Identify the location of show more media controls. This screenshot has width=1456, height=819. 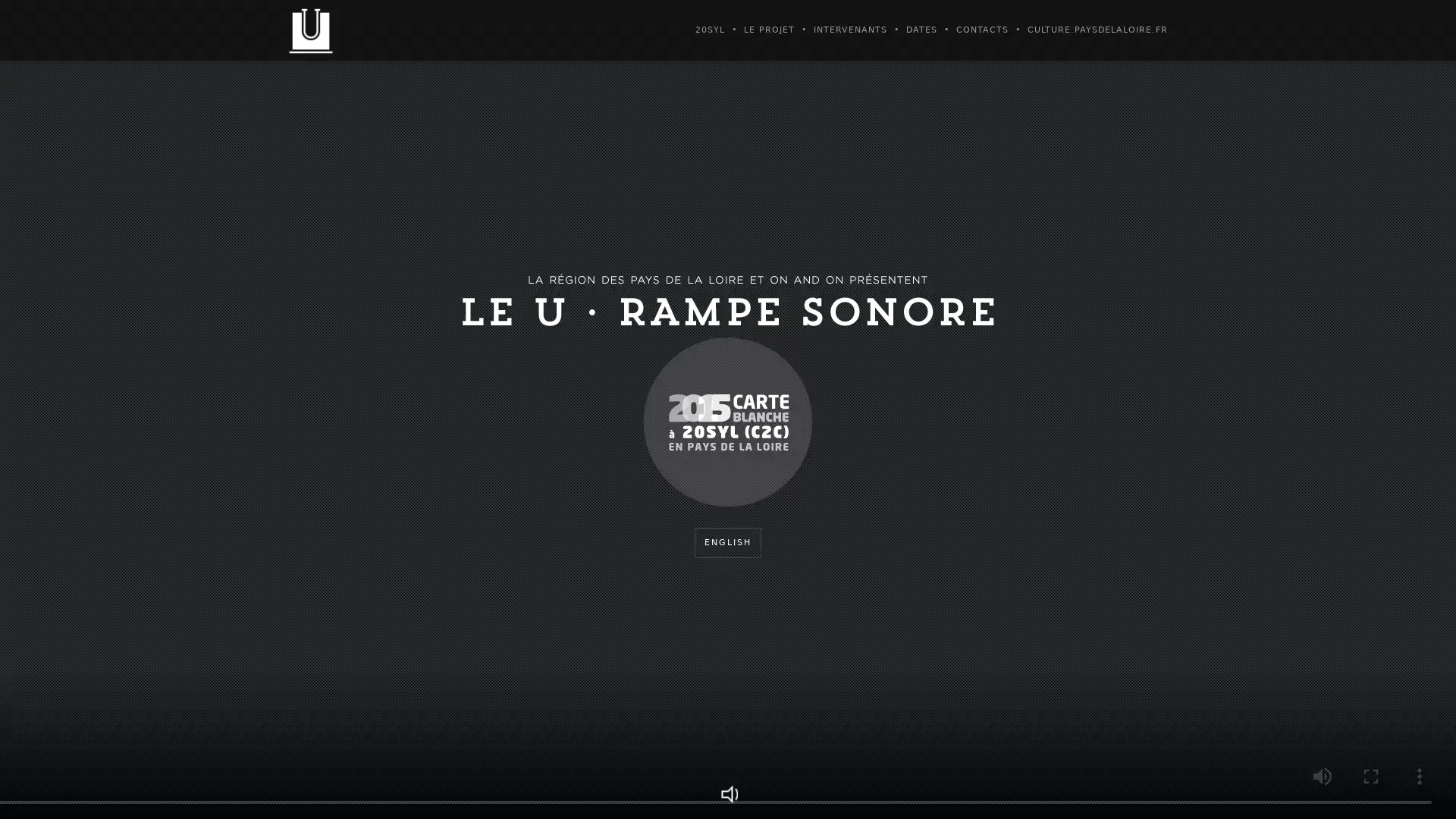
(1419, 776).